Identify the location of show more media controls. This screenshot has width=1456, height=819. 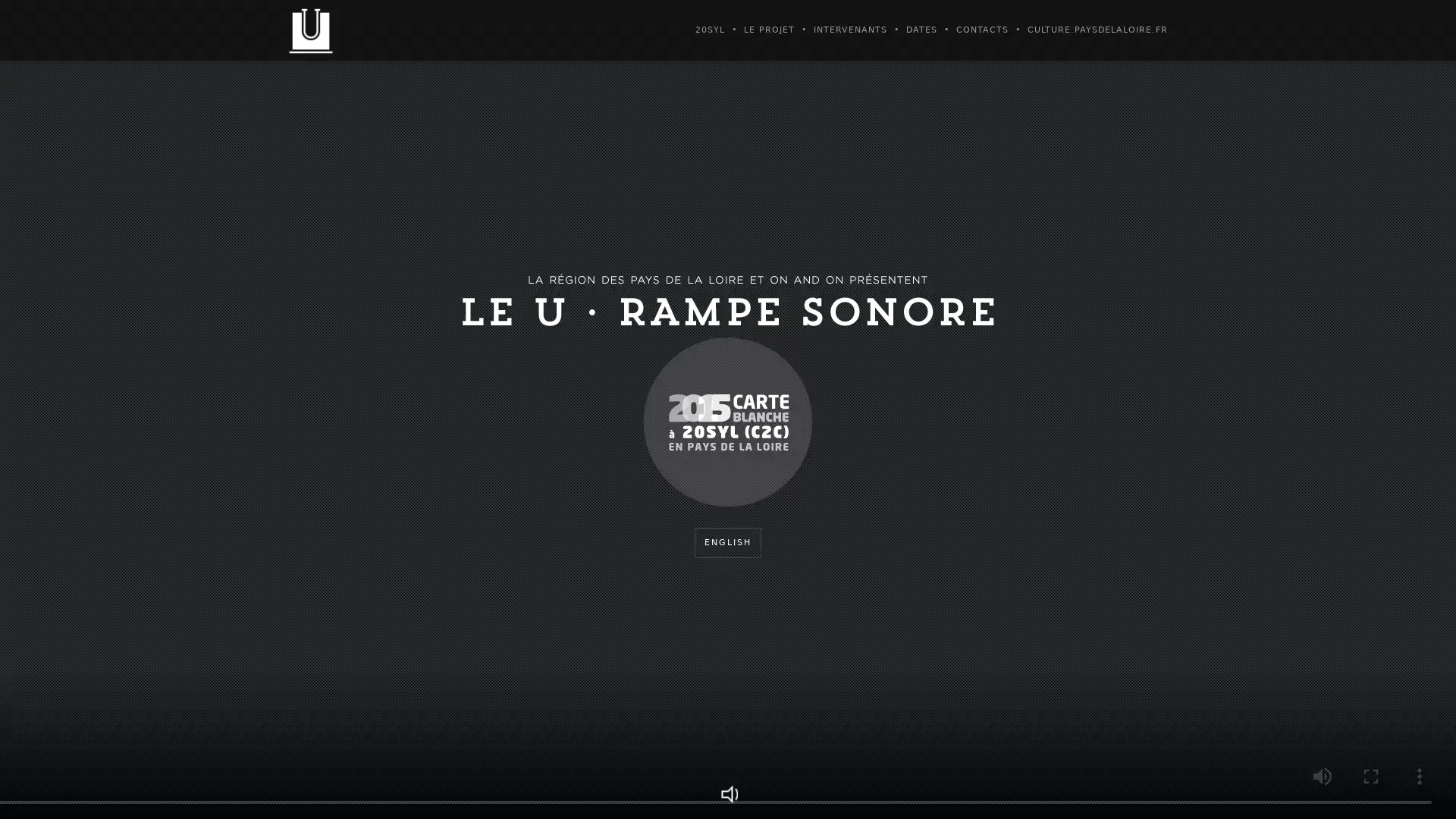
(1419, 776).